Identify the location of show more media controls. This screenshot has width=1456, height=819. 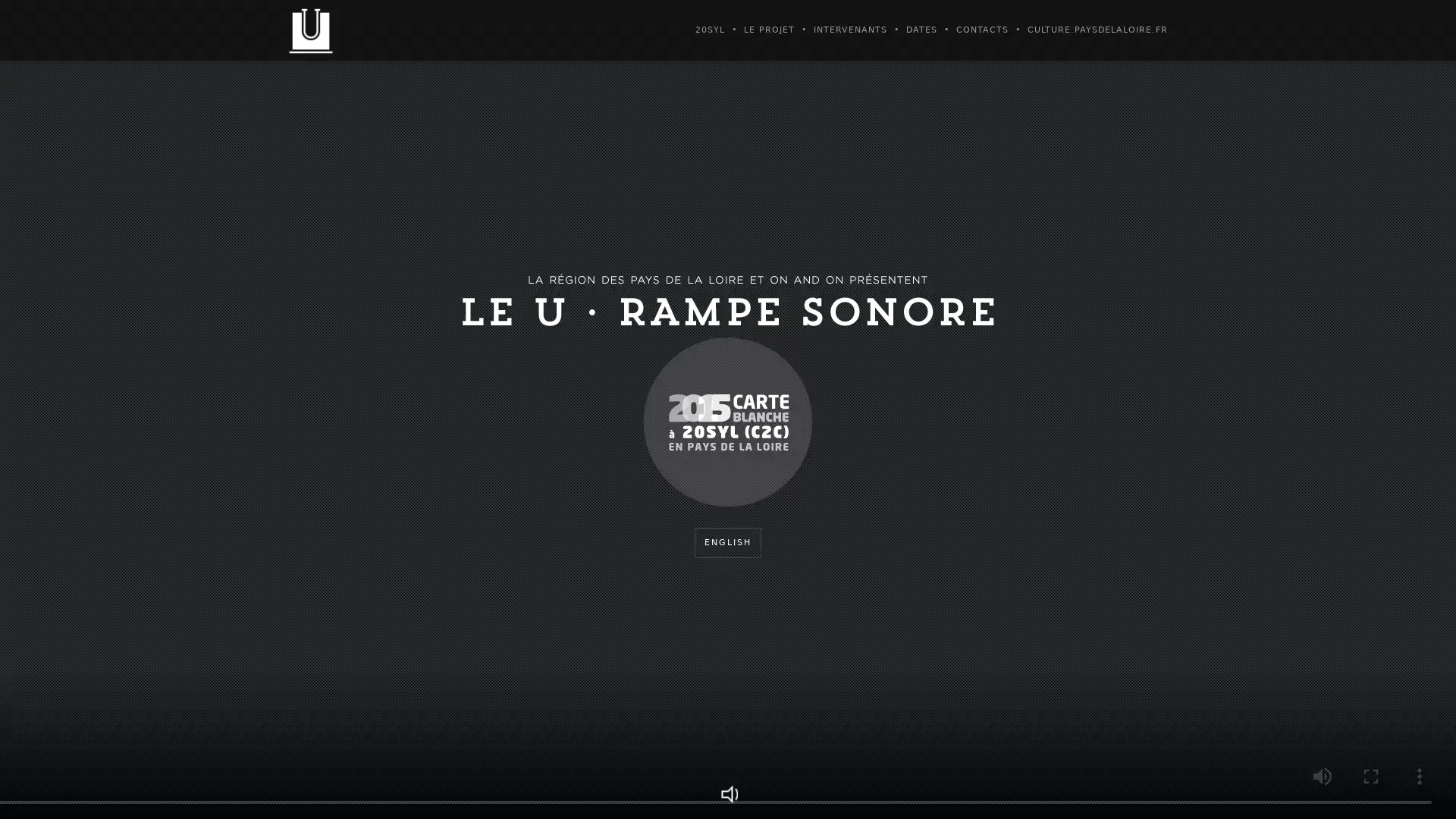
(1419, 776).